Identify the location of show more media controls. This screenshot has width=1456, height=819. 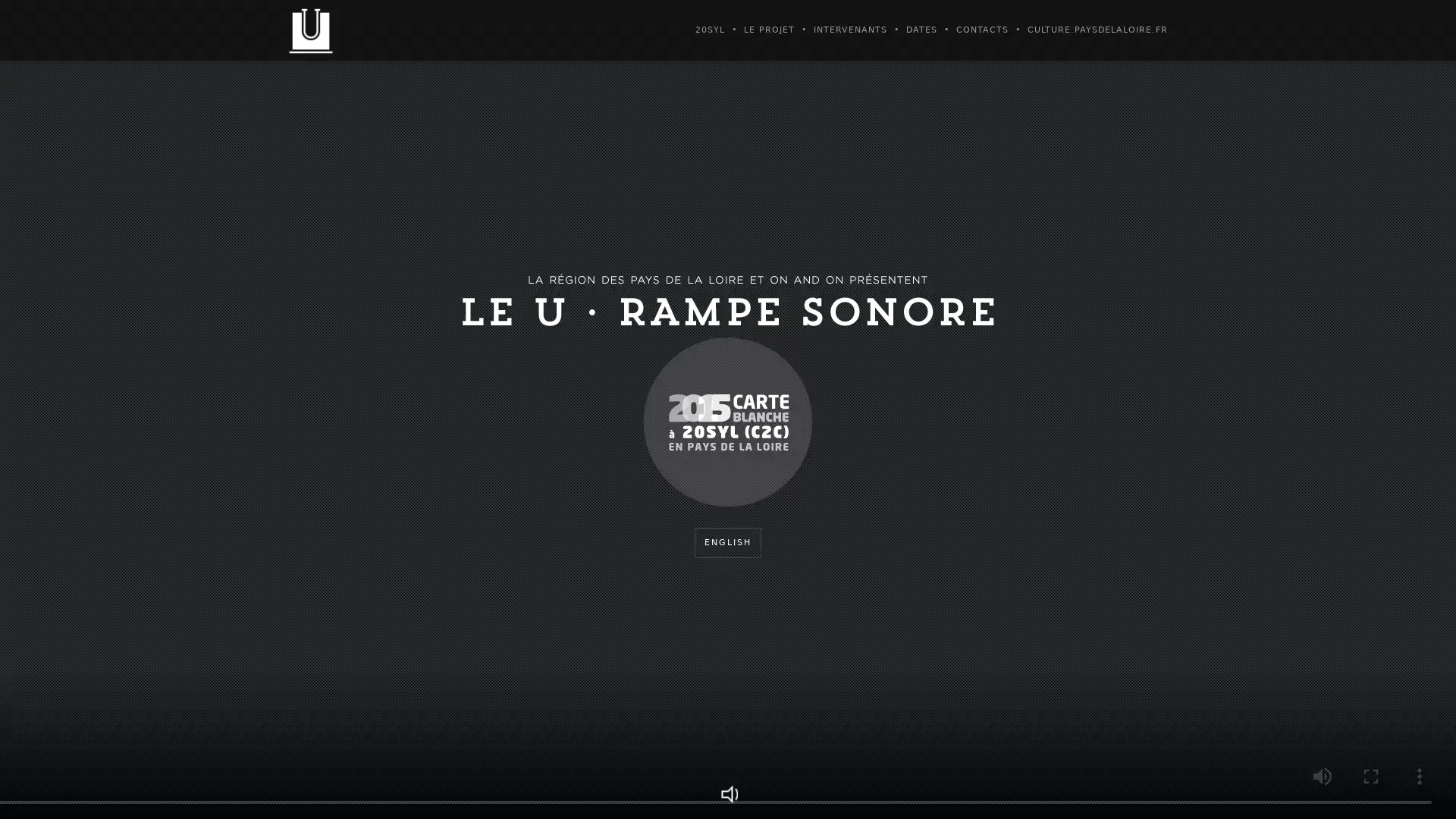
(1419, 776).